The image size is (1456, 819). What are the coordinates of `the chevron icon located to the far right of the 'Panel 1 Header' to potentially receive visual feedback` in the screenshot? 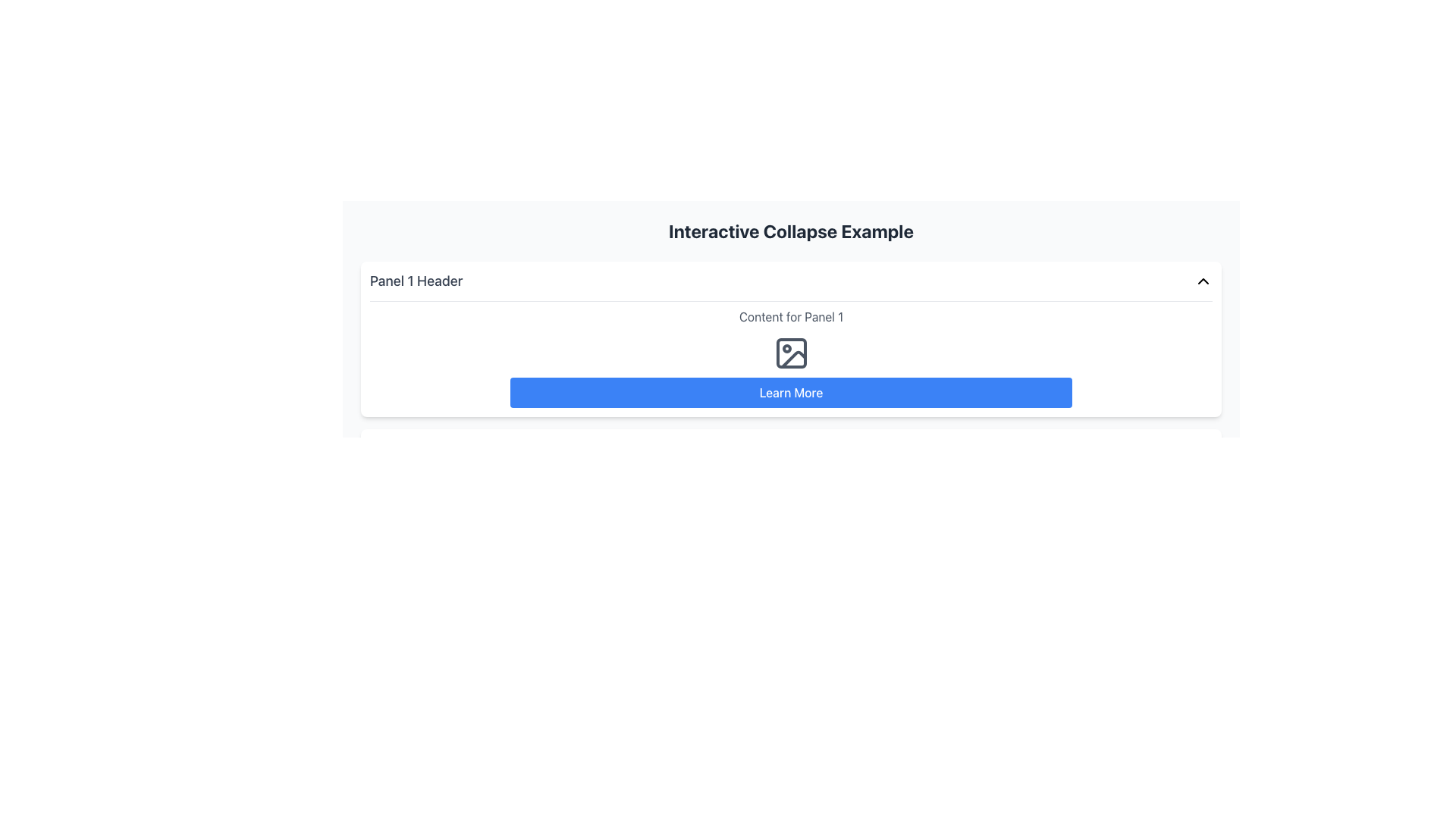 It's located at (1203, 281).